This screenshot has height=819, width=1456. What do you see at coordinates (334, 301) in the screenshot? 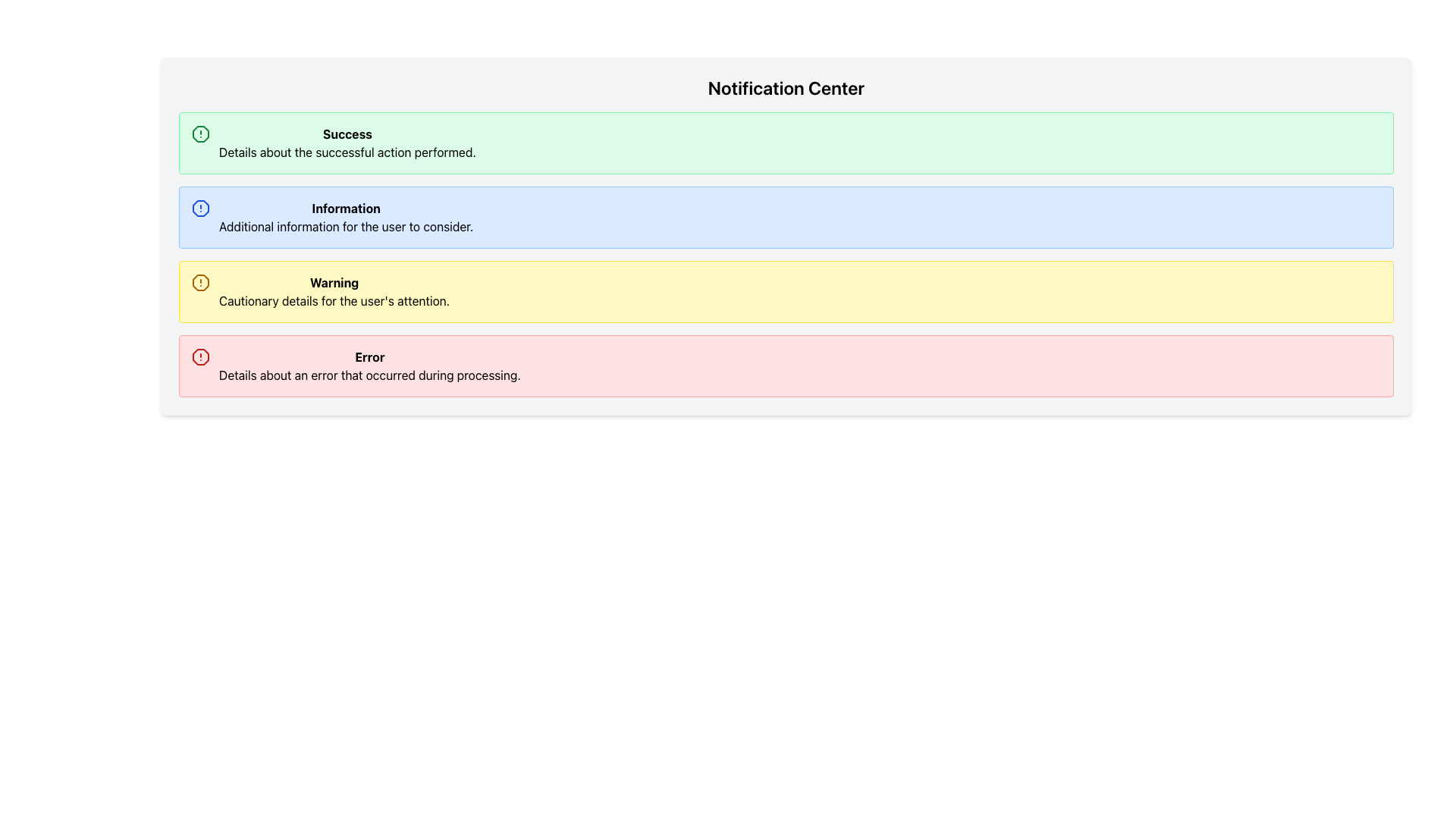
I see `the informational text content related to the 'Warning' notification, which is positioned in a yellow box below the 'Warning' label and above the 'Error' message` at bounding box center [334, 301].